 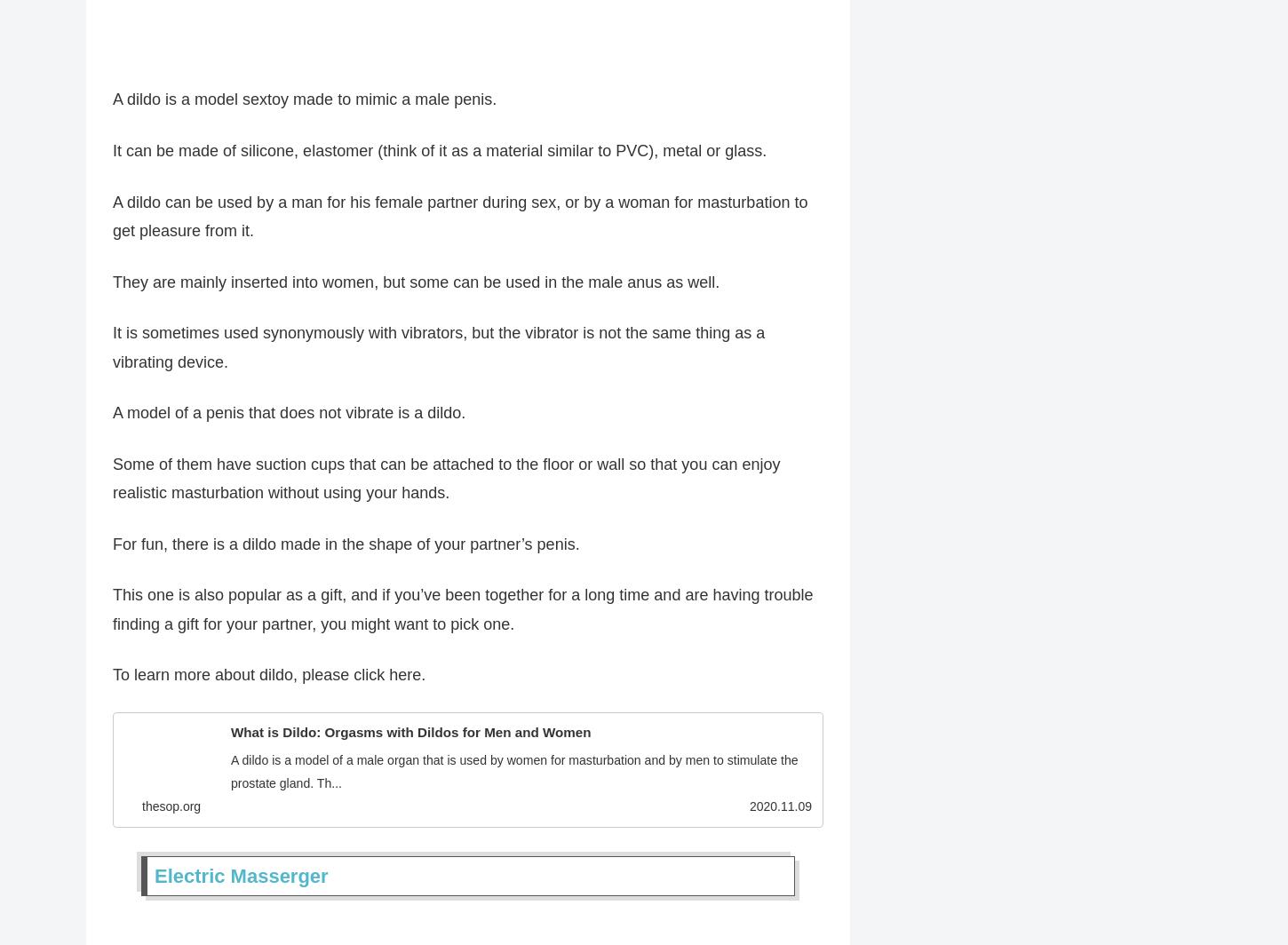 What do you see at coordinates (170, 814) in the screenshot?
I see `'thesop.org'` at bounding box center [170, 814].